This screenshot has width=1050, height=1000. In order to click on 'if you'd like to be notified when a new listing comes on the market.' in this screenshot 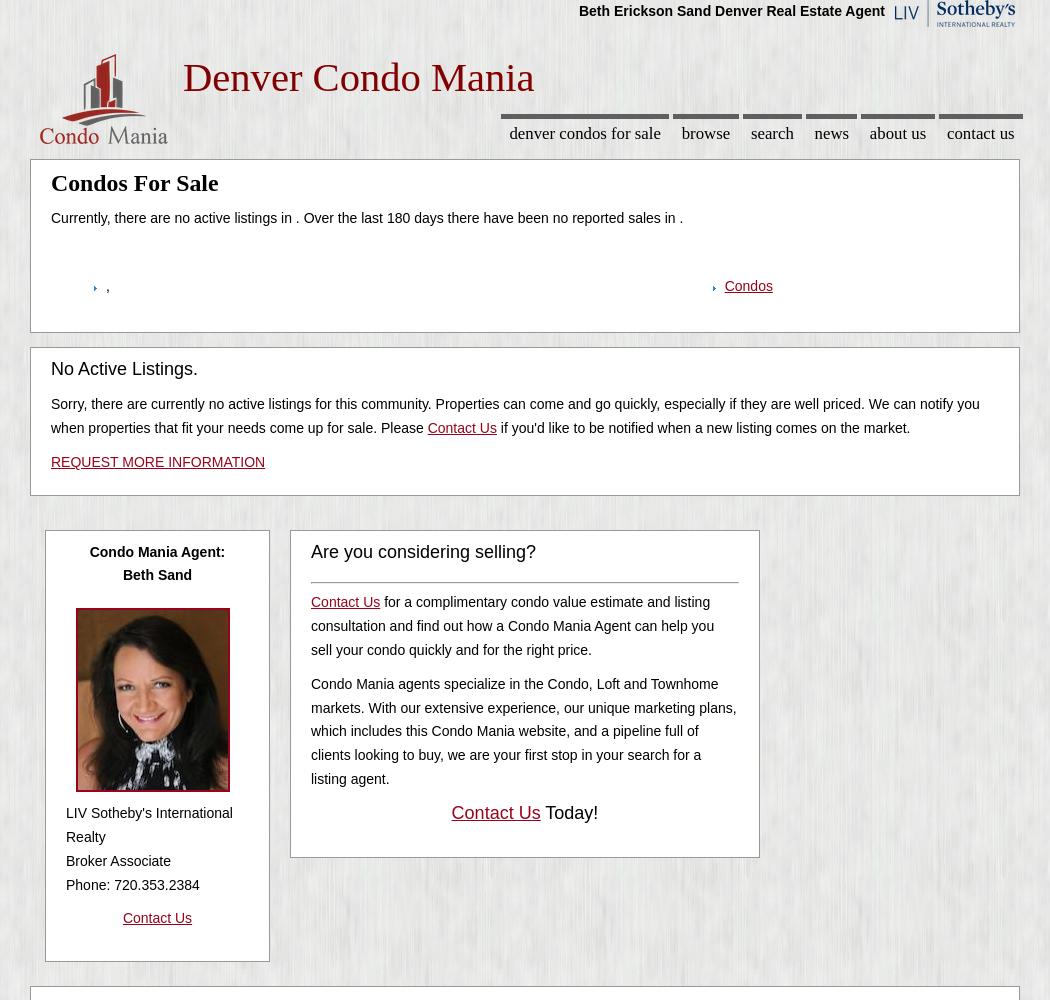, I will do `click(702, 427)`.